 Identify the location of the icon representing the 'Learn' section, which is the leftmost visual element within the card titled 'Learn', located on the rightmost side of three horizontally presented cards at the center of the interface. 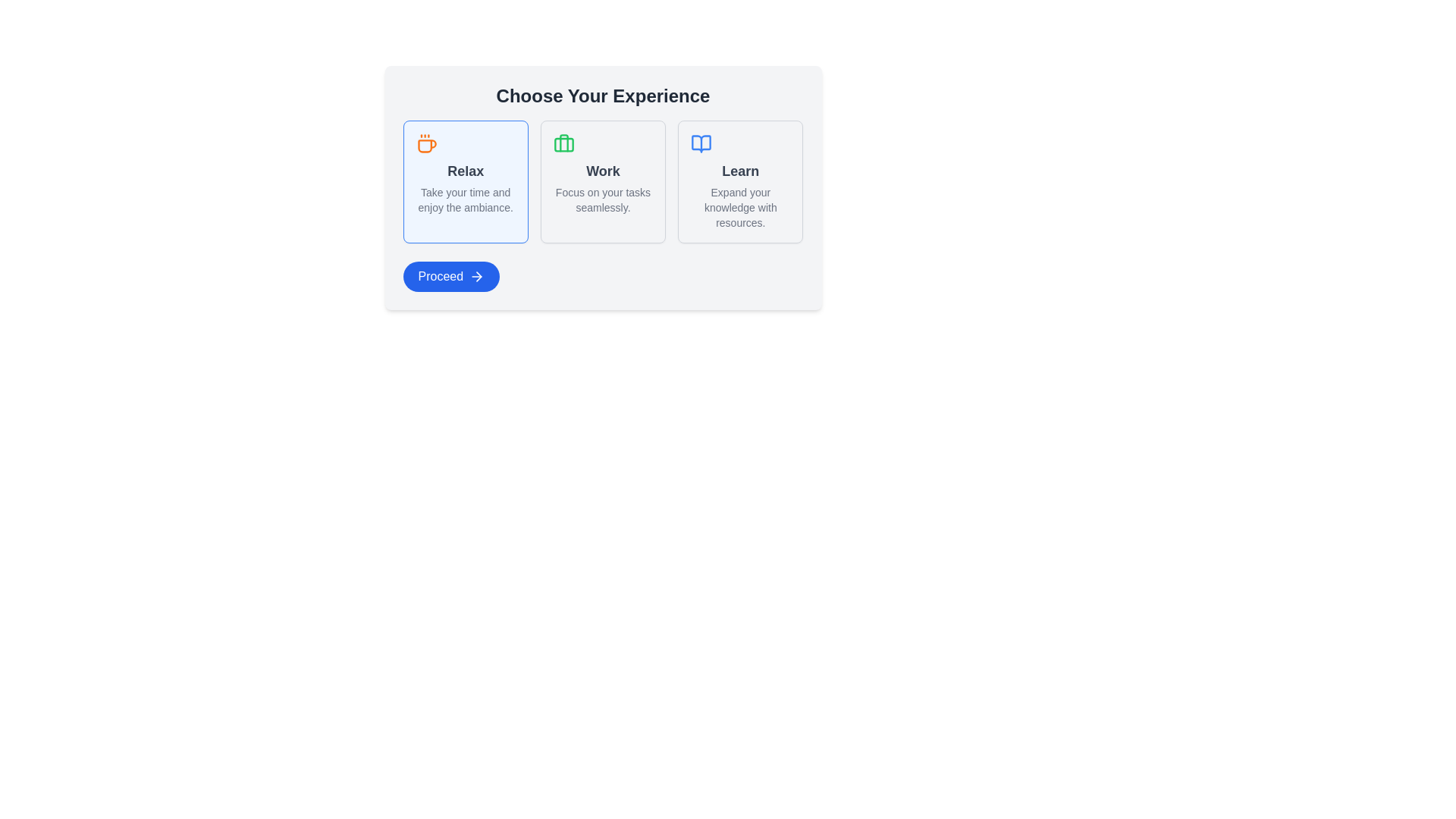
(740, 143).